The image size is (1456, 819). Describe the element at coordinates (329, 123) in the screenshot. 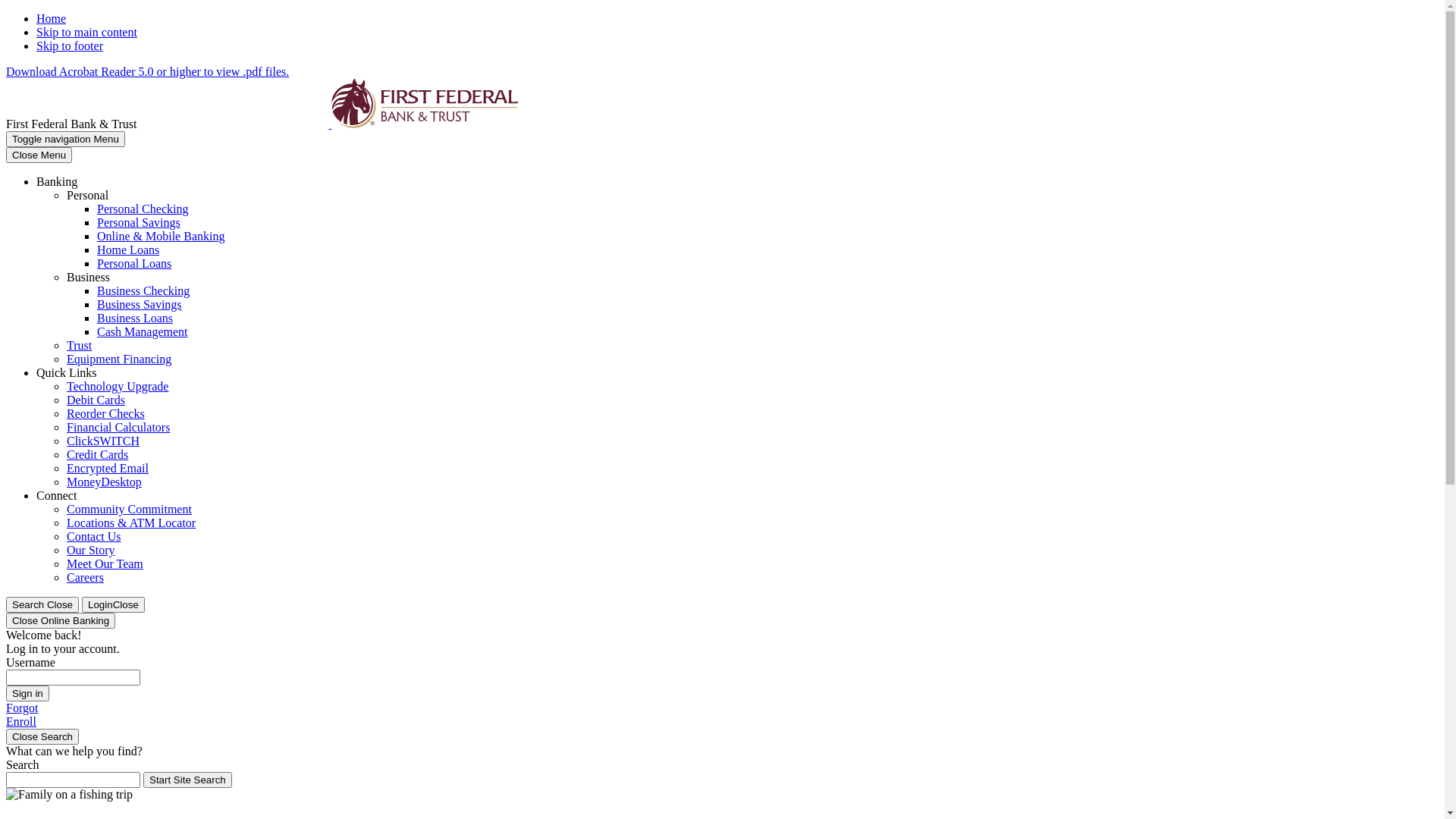

I see `'First Federal Bank & Trust, Sheridan, WY'` at that location.